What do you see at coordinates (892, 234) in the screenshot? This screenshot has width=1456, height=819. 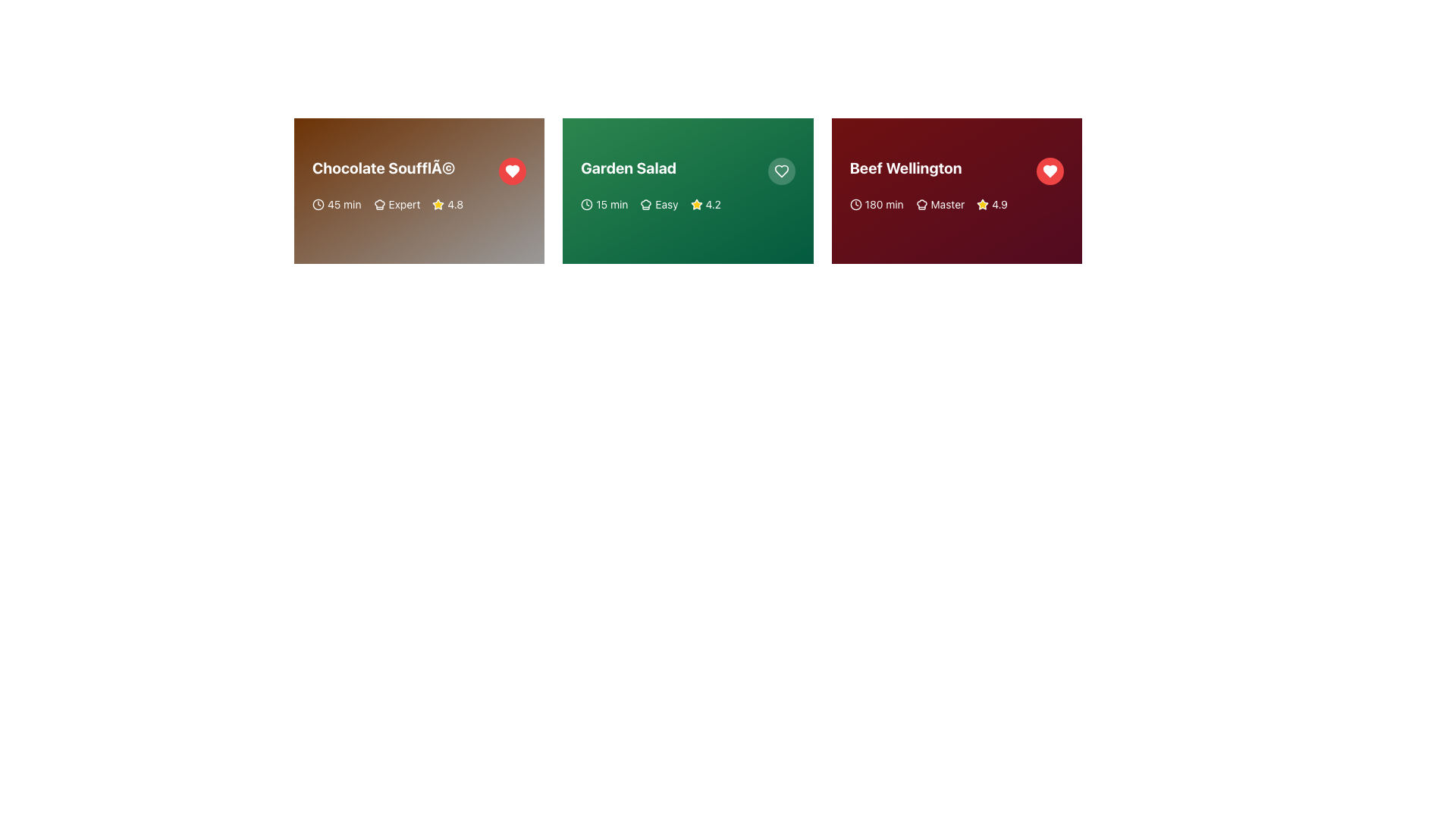 I see `the share button located at the bottom center of the 'Beef Wellington' card` at bounding box center [892, 234].